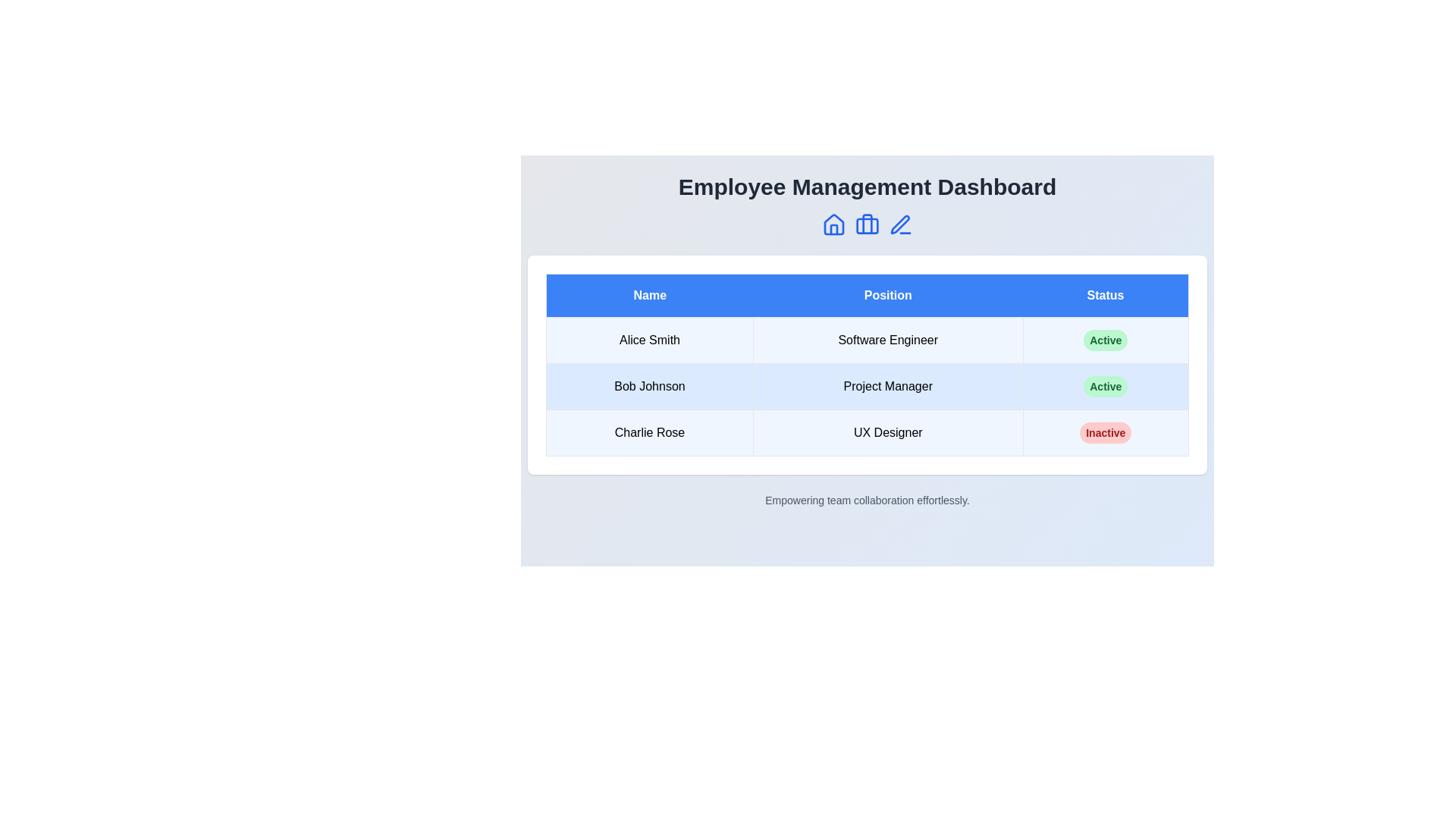 This screenshot has width=1456, height=819. What do you see at coordinates (867, 225) in the screenshot?
I see `the middle icon in the horizontal trio located below the 'Employee Management Dashboard' heading` at bounding box center [867, 225].